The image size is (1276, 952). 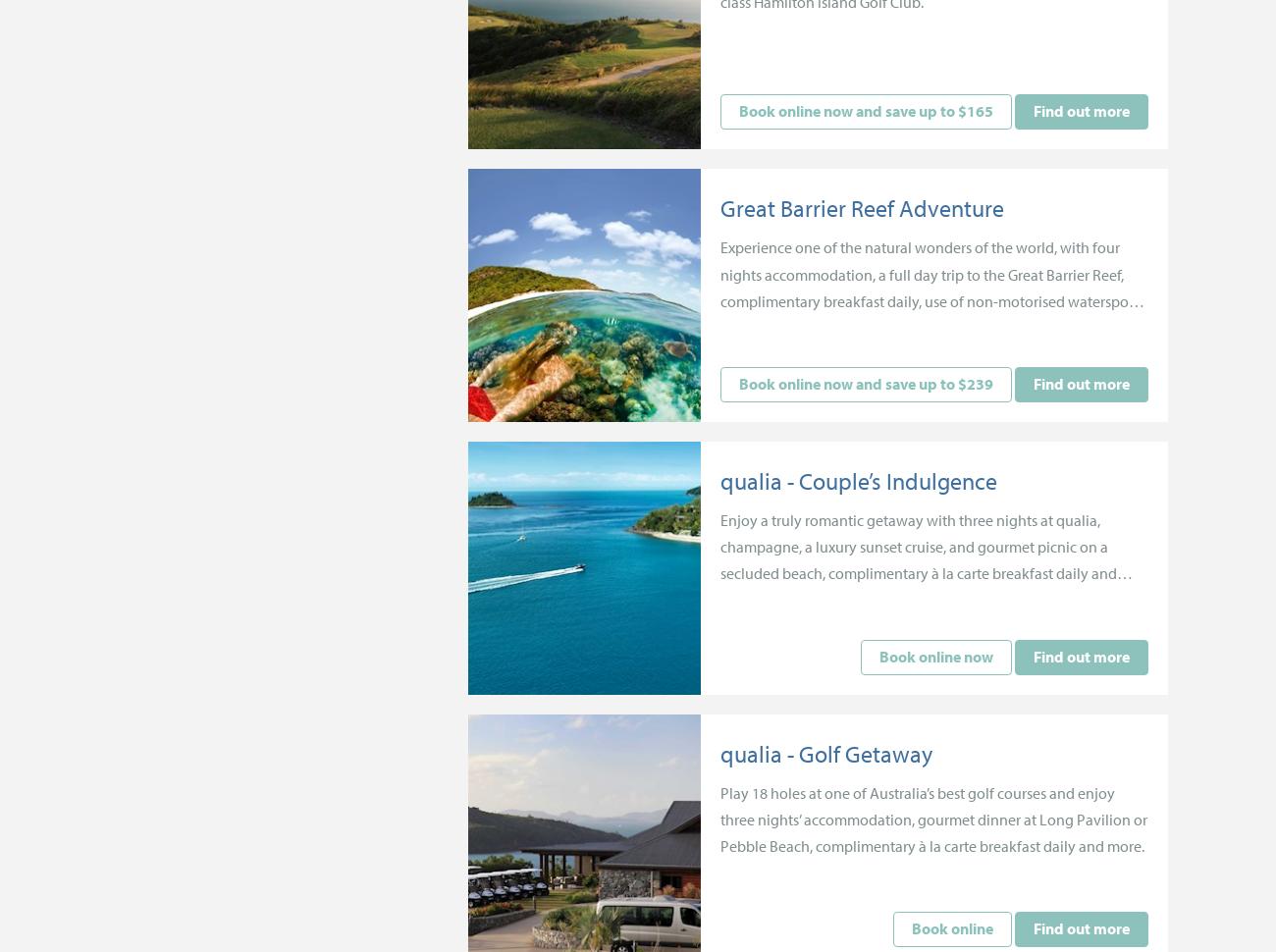 What do you see at coordinates (864, 383) in the screenshot?
I see `'Book online now and save up to $239'` at bounding box center [864, 383].